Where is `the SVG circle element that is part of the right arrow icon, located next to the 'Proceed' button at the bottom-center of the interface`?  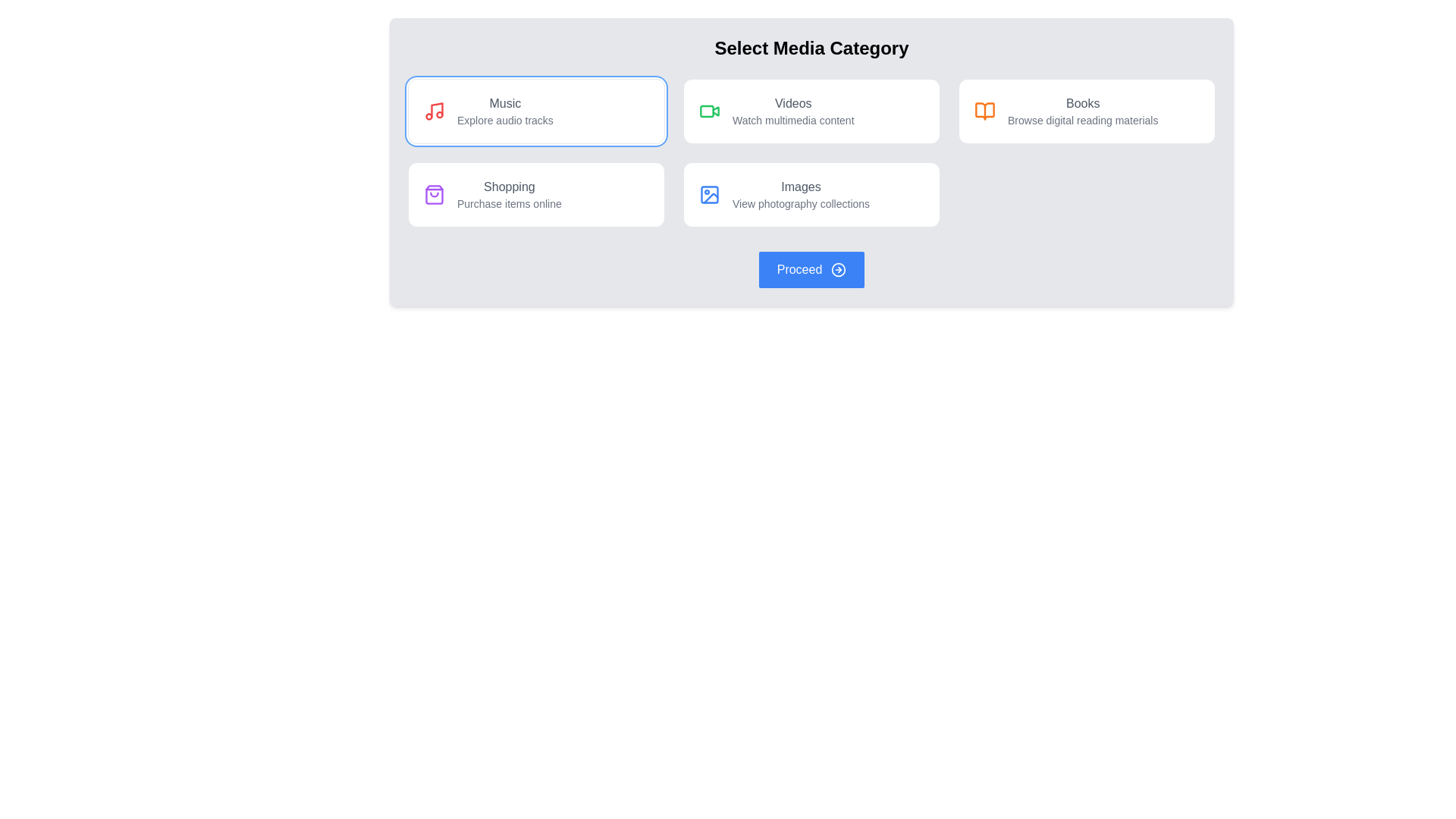
the SVG circle element that is part of the right arrow icon, located next to the 'Proceed' button at the bottom-center of the interface is located at coordinates (838, 268).